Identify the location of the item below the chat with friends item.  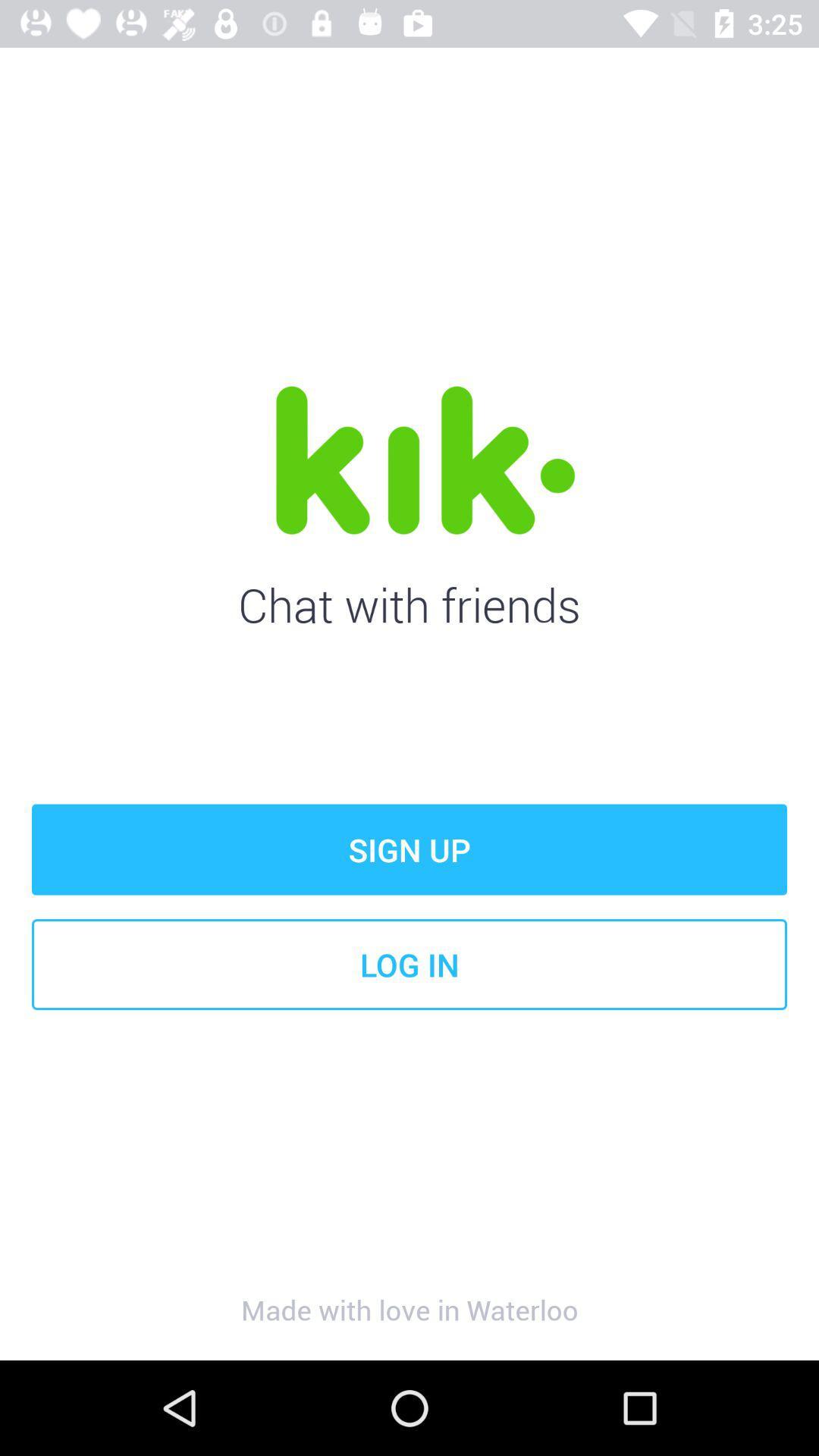
(409, 849).